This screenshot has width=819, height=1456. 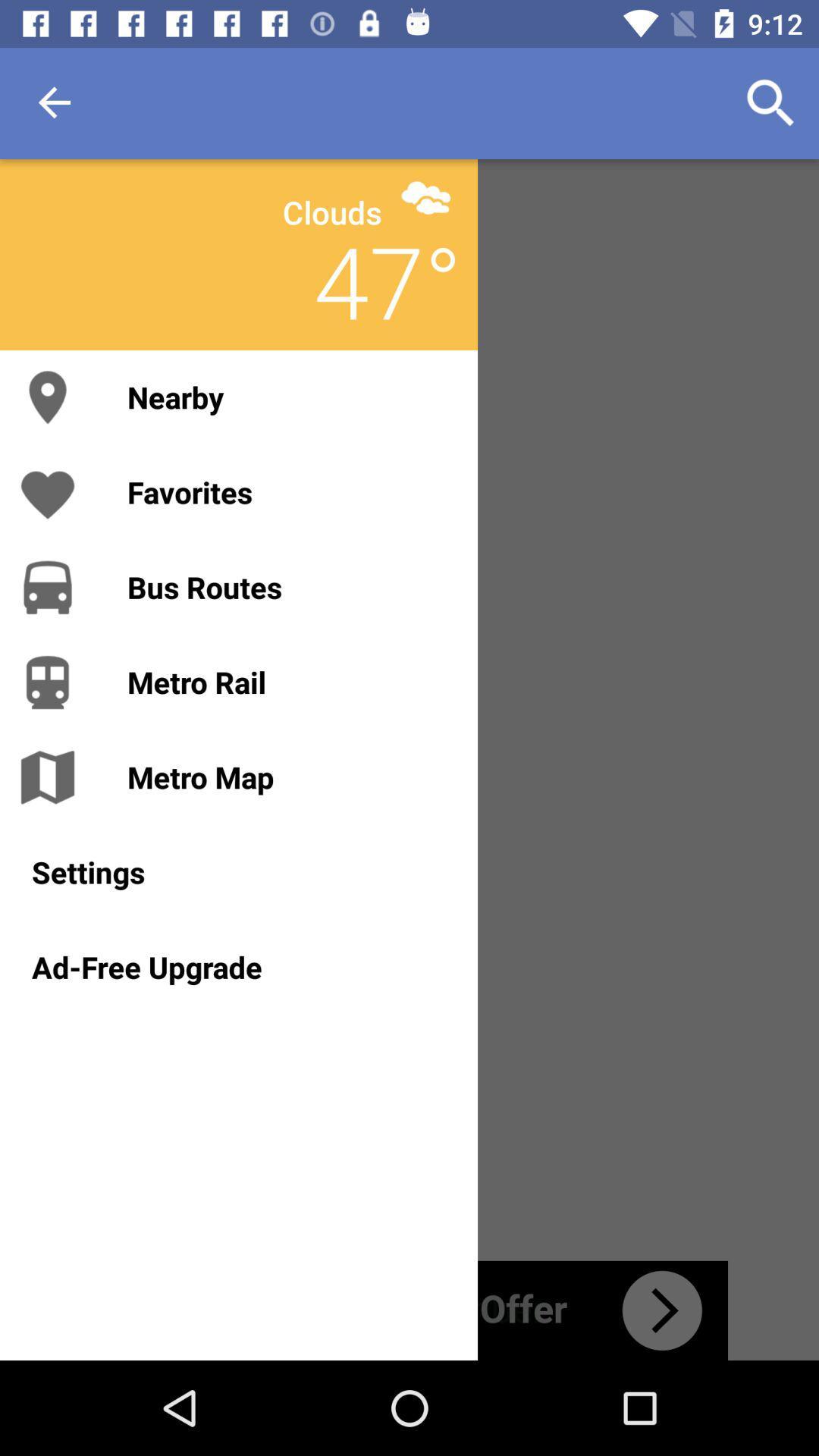 What do you see at coordinates (409, 1310) in the screenshot?
I see `launch advertisement` at bounding box center [409, 1310].